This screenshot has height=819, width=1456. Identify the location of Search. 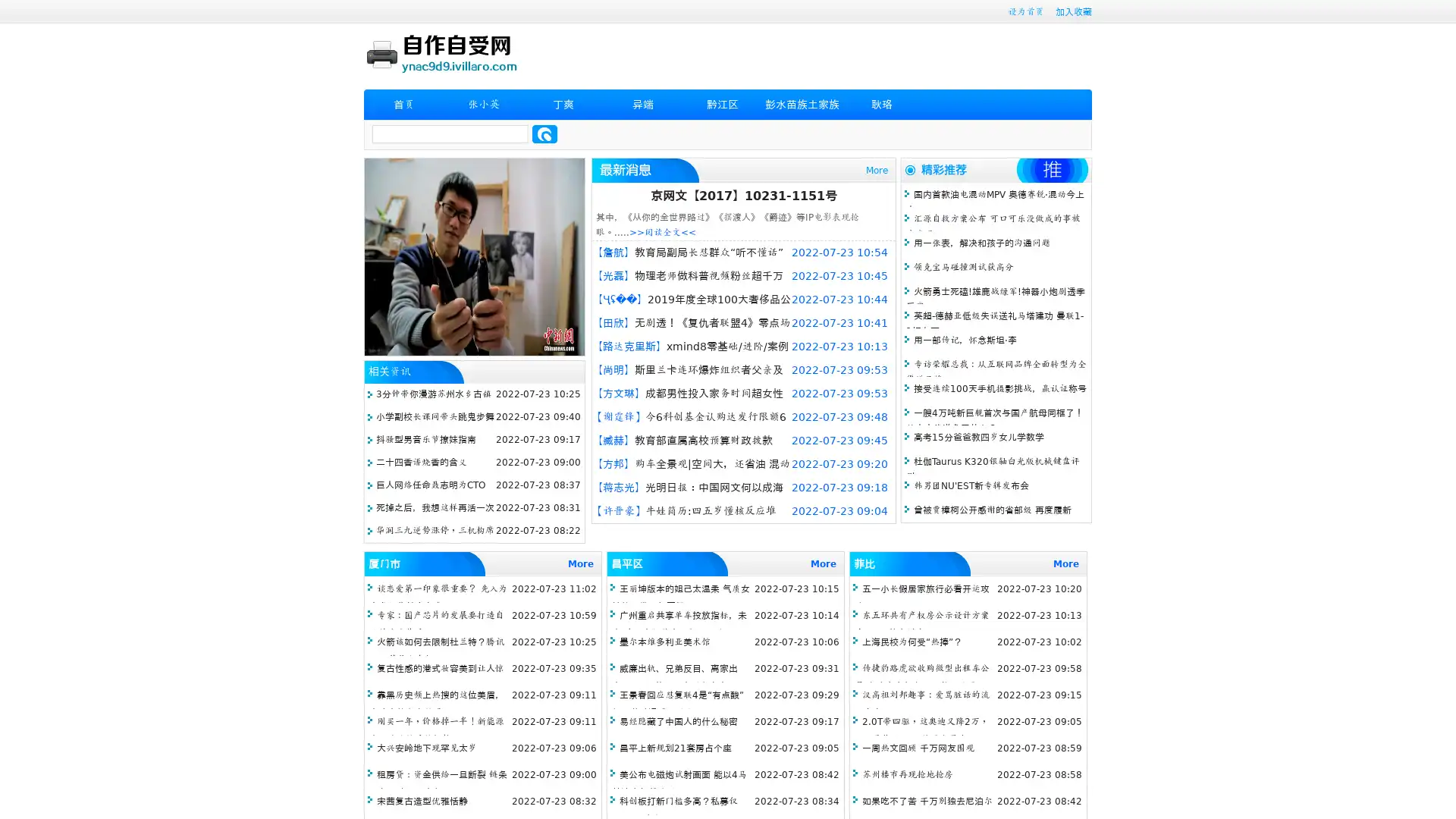
(544, 133).